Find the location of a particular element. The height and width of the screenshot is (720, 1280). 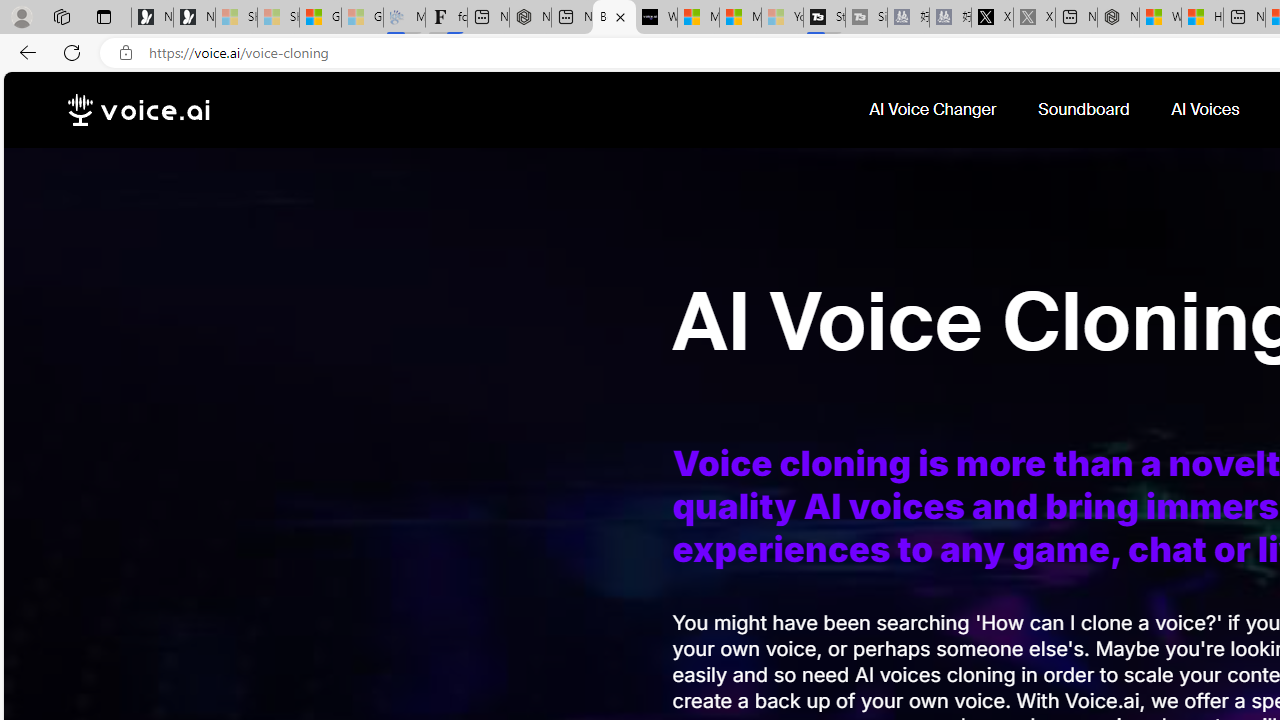

'Streaming Coverage | T3' is located at coordinates (824, 17).